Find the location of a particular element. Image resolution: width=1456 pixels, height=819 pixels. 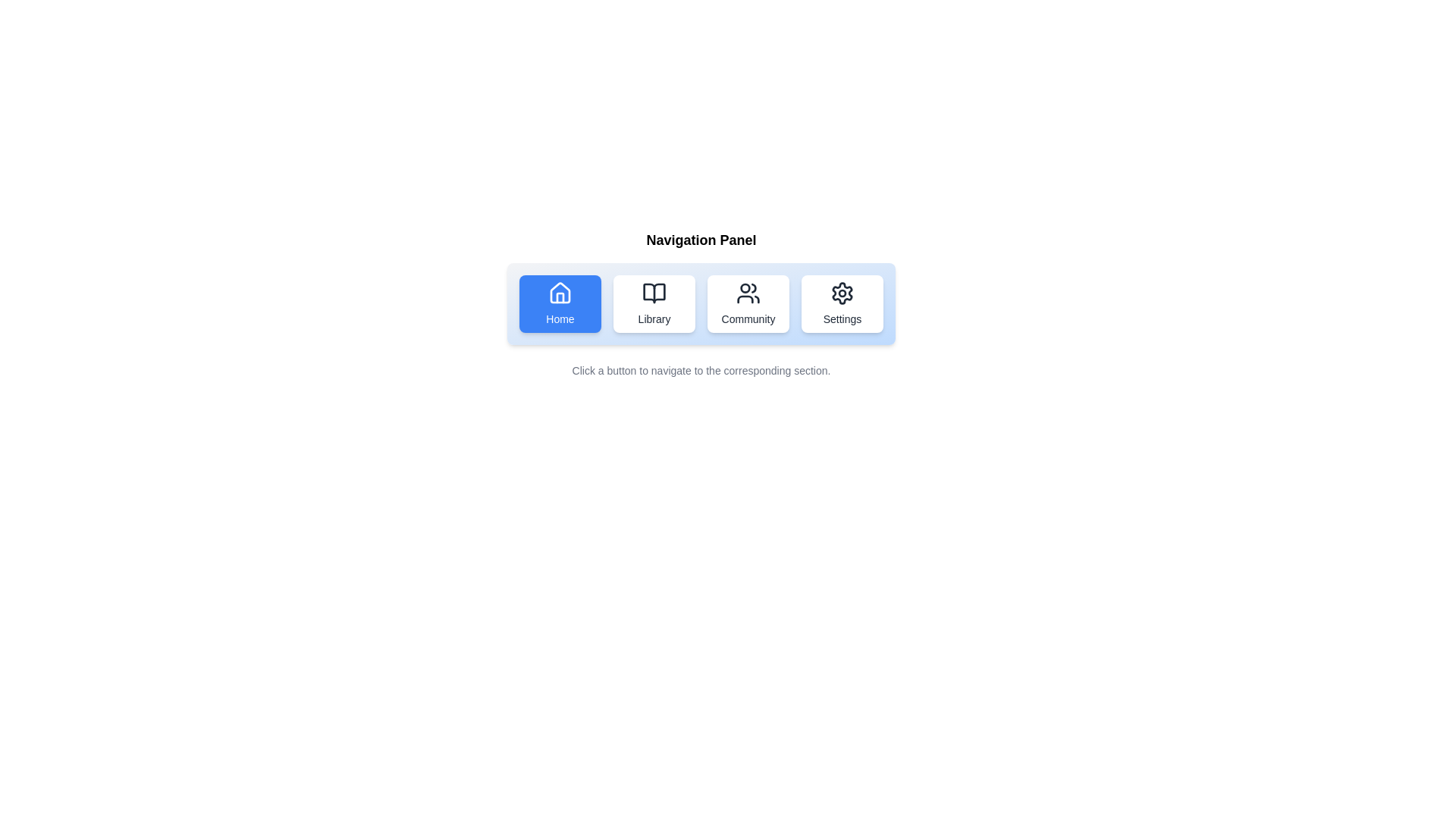

the 'Community' navigation button, which is the third button is located at coordinates (748, 304).